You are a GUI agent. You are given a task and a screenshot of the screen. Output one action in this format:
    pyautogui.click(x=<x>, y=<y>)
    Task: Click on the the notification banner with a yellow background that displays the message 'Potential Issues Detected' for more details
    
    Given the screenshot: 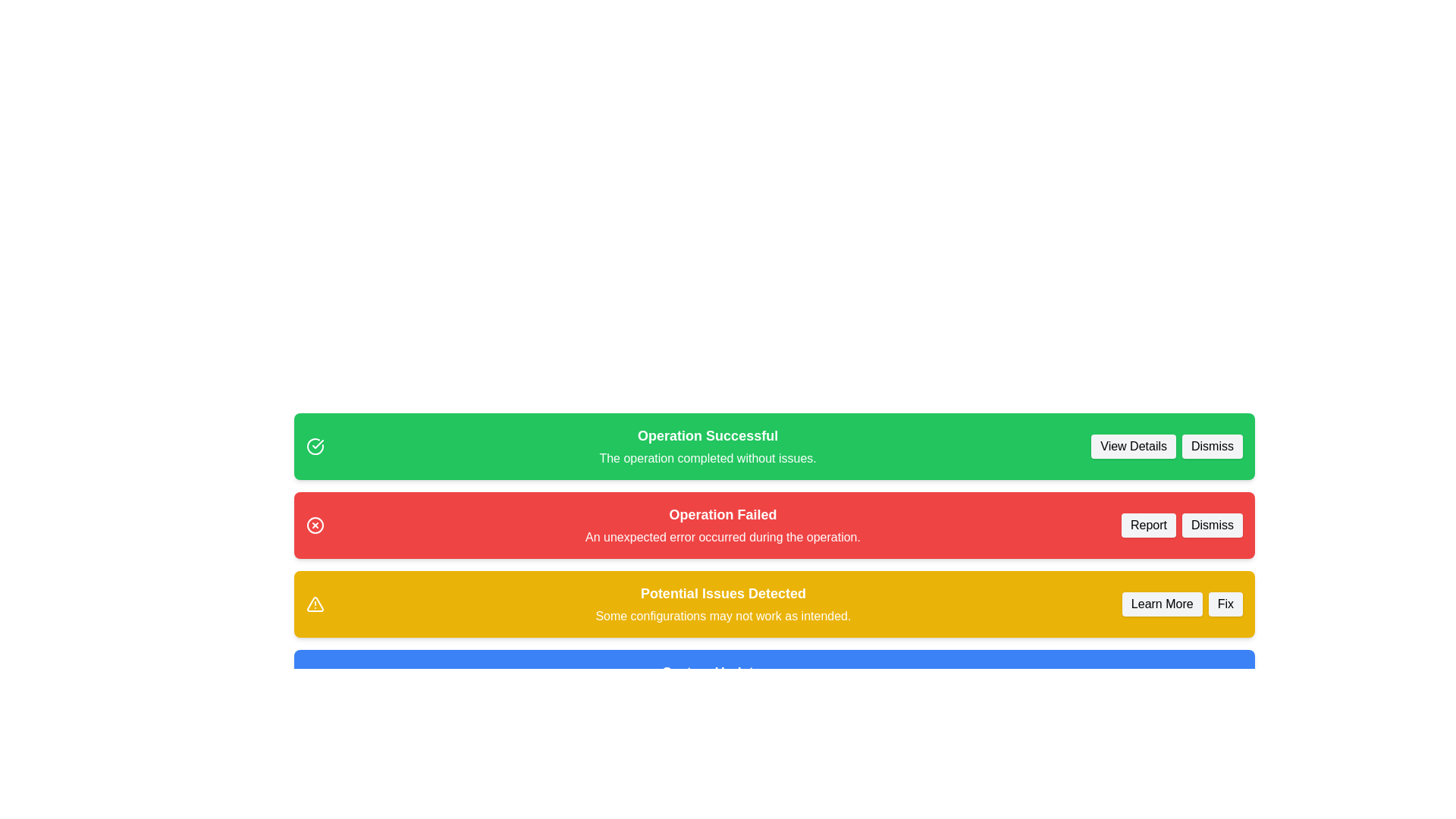 What is the action you would take?
    pyautogui.click(x=774, y=604)
    